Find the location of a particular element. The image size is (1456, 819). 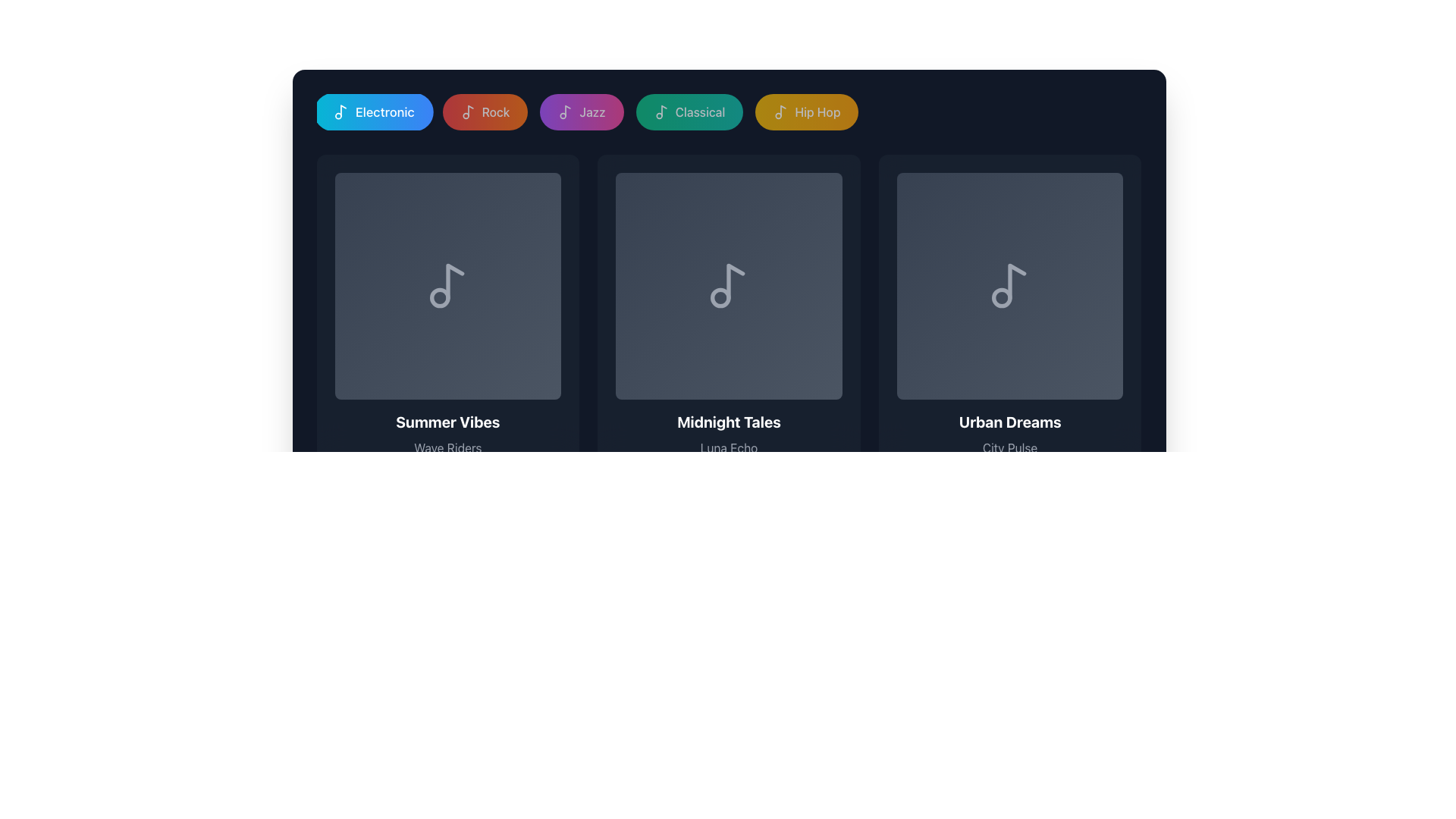

the text block containing 'Summer Vibes' to trigger a tooltip or highlight is located at coordinates (447, 444).